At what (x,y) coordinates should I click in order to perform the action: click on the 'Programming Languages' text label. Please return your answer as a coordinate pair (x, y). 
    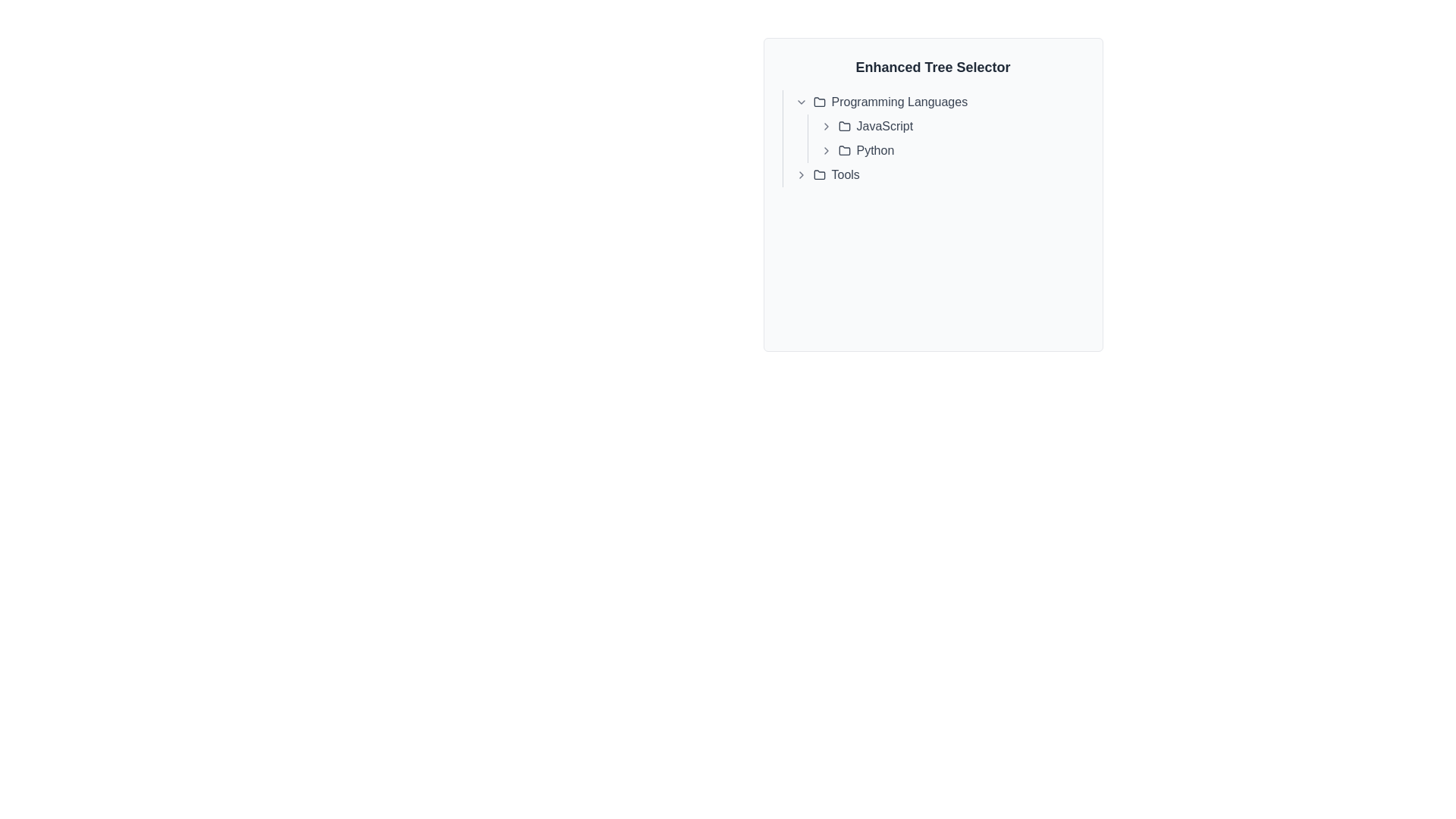
    Looking at the image, I should click on (899, 102).